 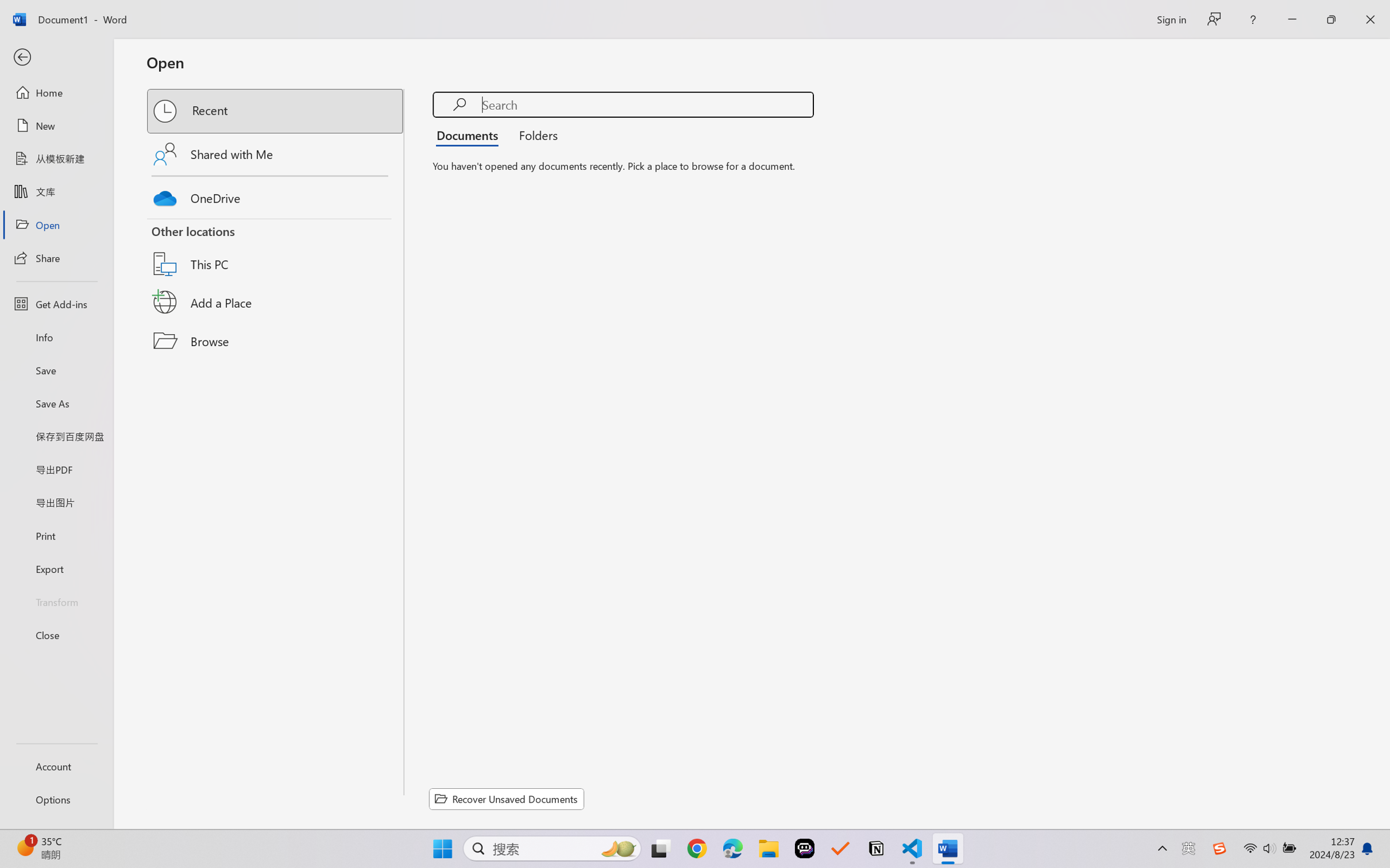 What do you see at coordinates (507, 799) in the screenshot?
I see `'Recover Unsaved Documents'` at bounding box center [507, 799].